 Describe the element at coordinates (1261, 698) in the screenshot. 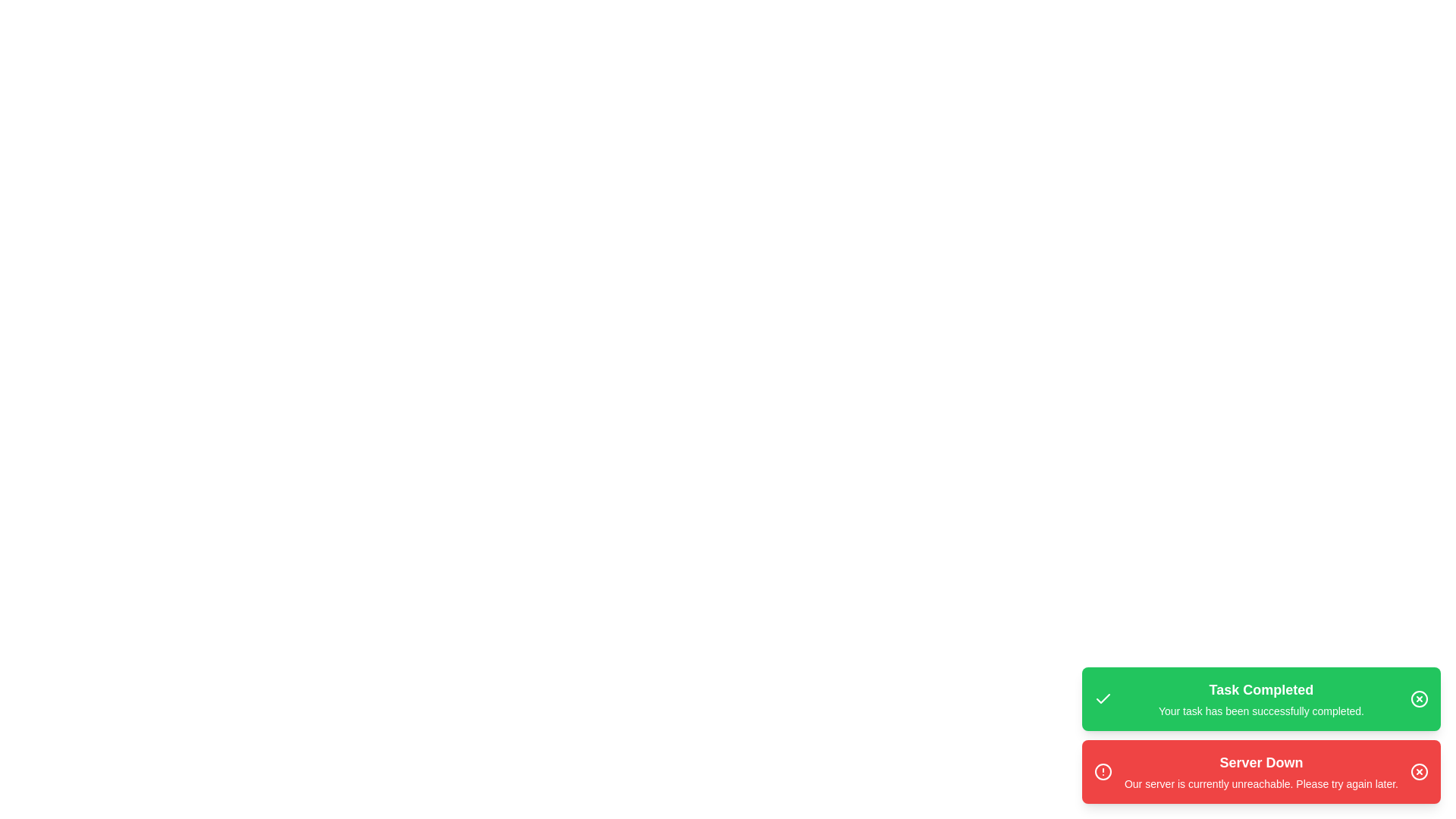

I see `the 'Task Completed' notification to trigger the hover effect` at that location.